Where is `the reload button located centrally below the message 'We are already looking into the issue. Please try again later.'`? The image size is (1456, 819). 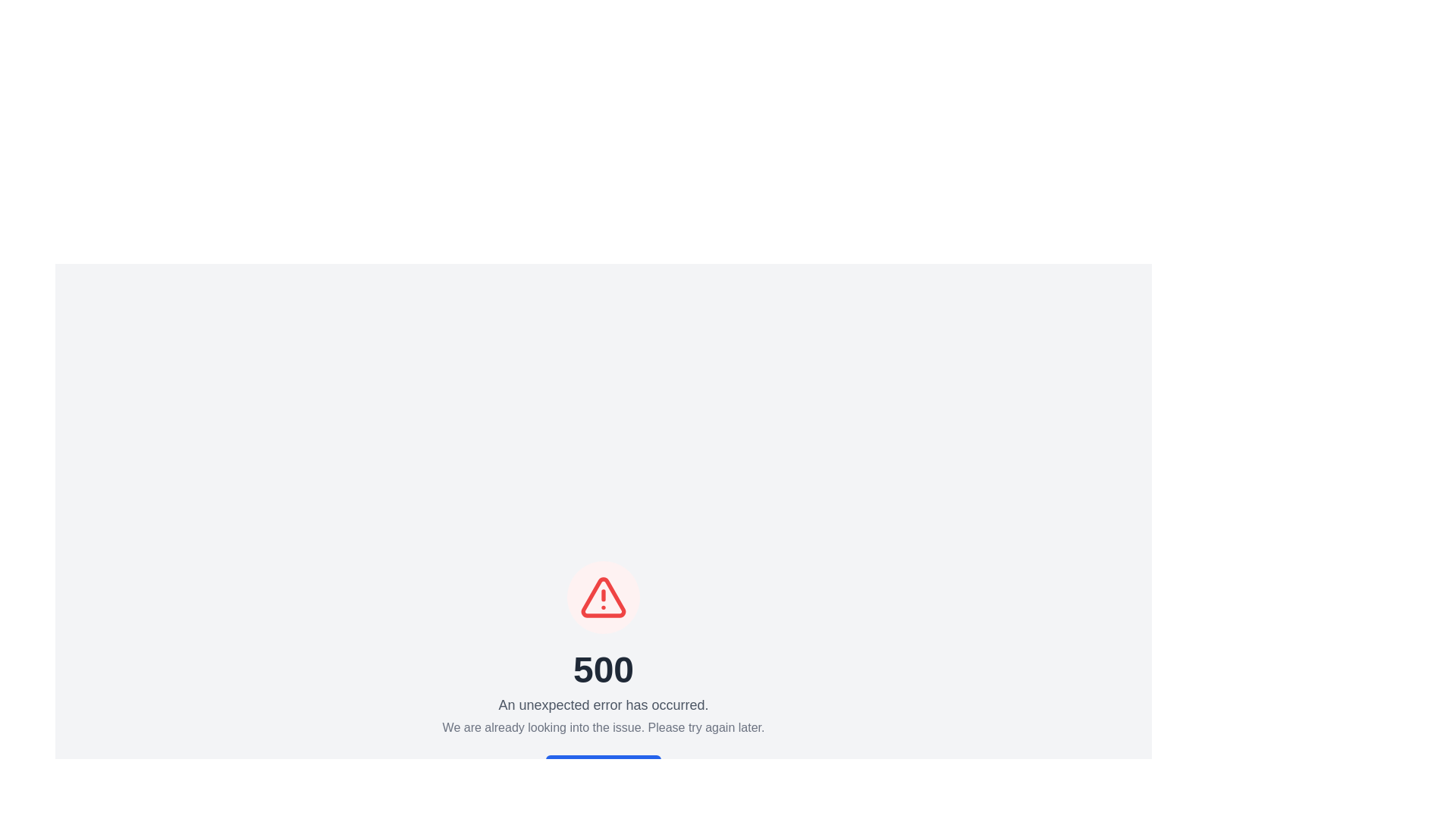 the reload button located centrally below the message 'We are already looking into the issue. Please try again later.' is located at coordinates (603, 770).